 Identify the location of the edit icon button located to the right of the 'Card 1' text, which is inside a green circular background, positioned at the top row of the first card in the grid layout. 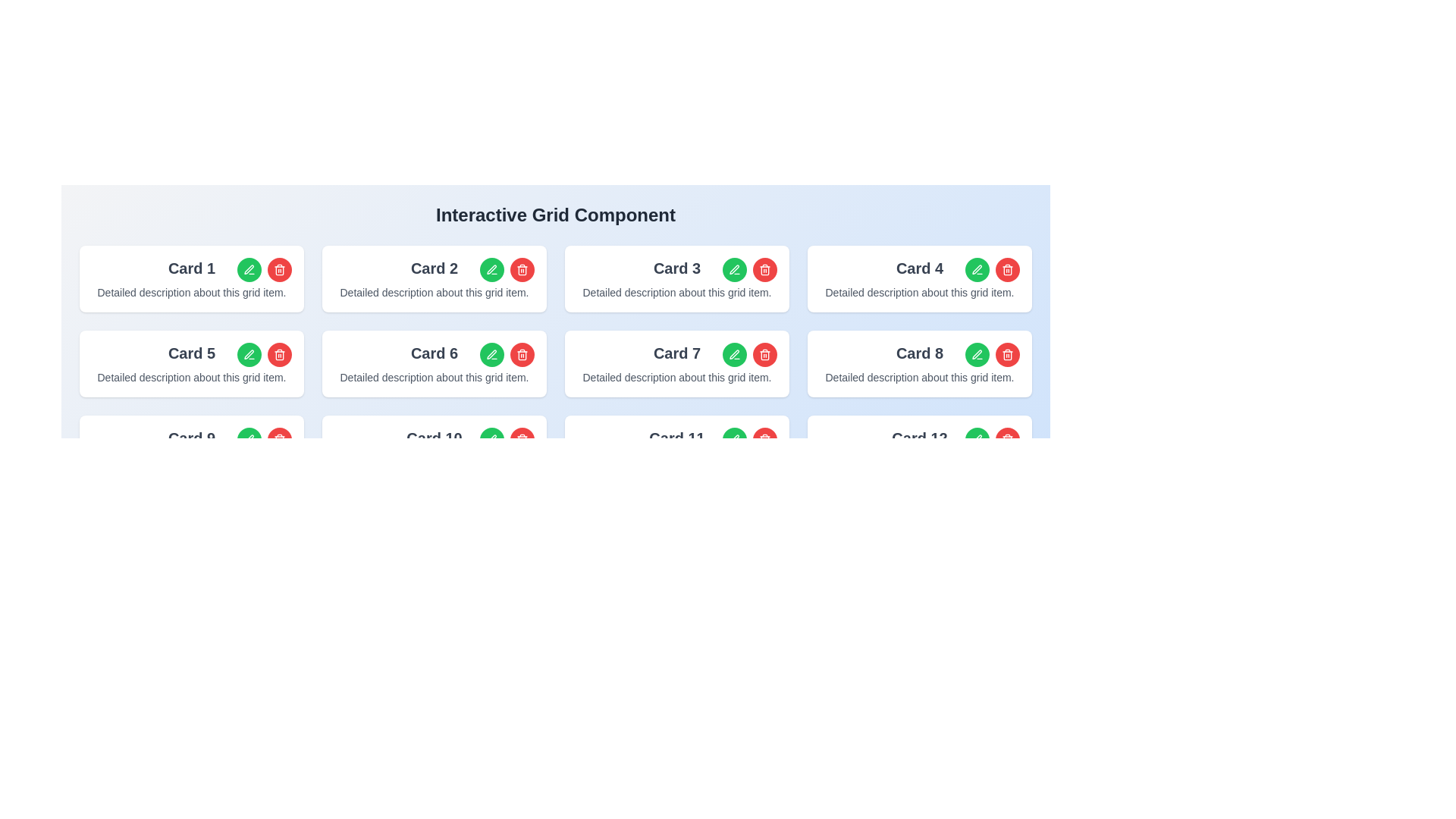
(249, 268).